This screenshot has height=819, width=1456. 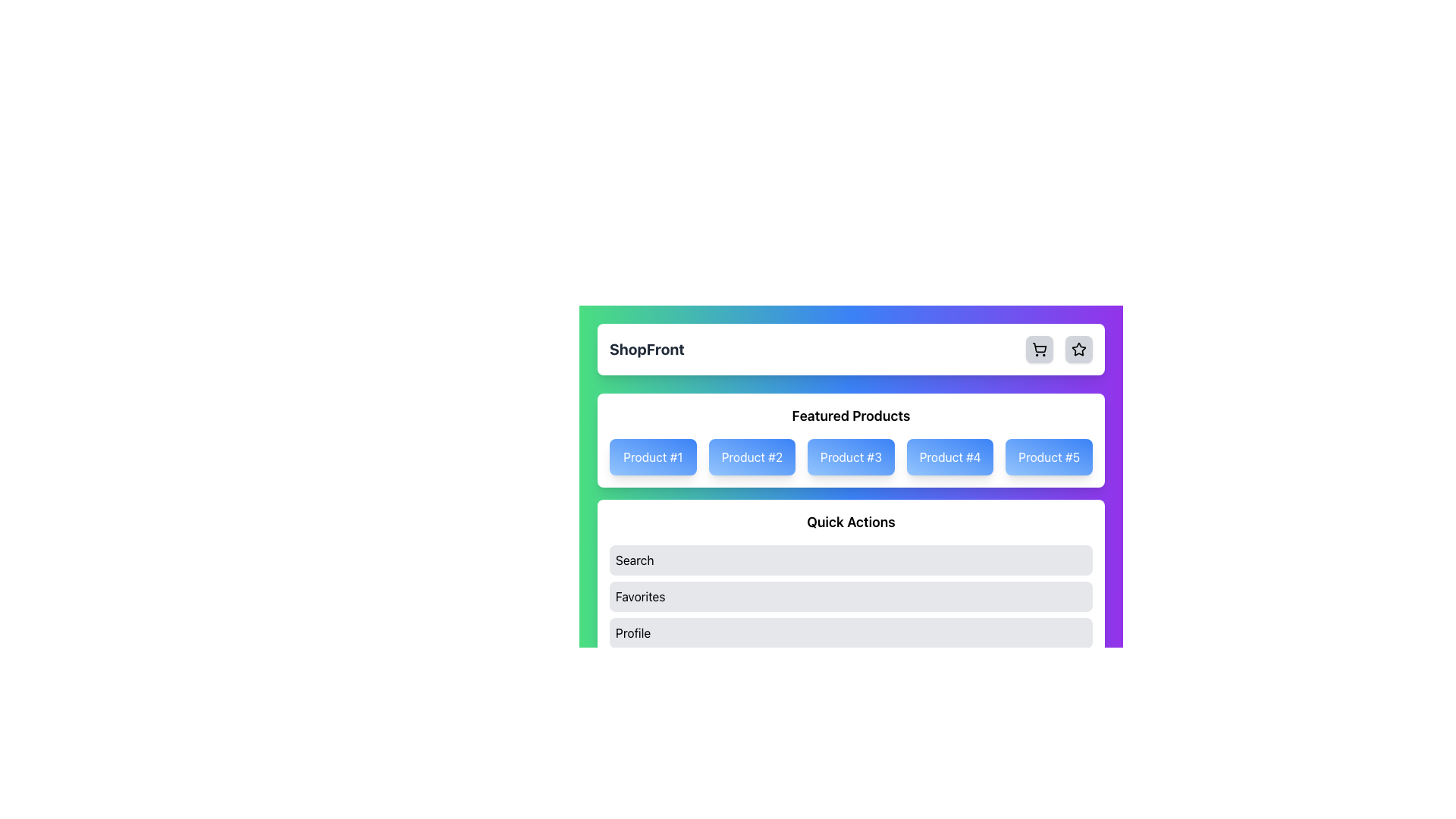 What do you see at coordinates (1078, 350) in the screenshot?
I see `the star icon in the top-right corner of the interface to mark an item as a favorite` at bounding box center [1078, 350].